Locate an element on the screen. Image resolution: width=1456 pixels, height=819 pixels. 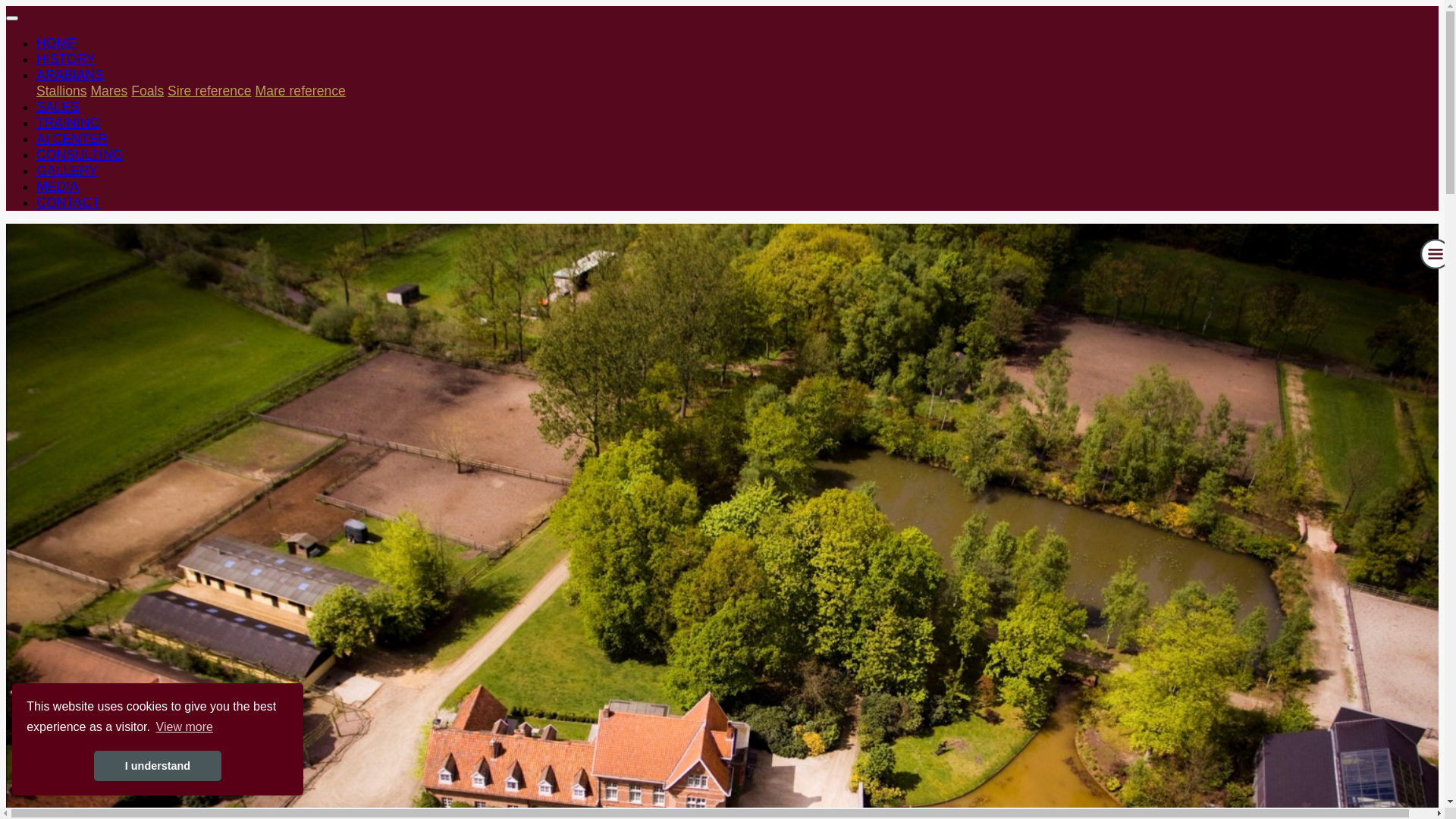
'View more' is located at coordinates (184, 726).